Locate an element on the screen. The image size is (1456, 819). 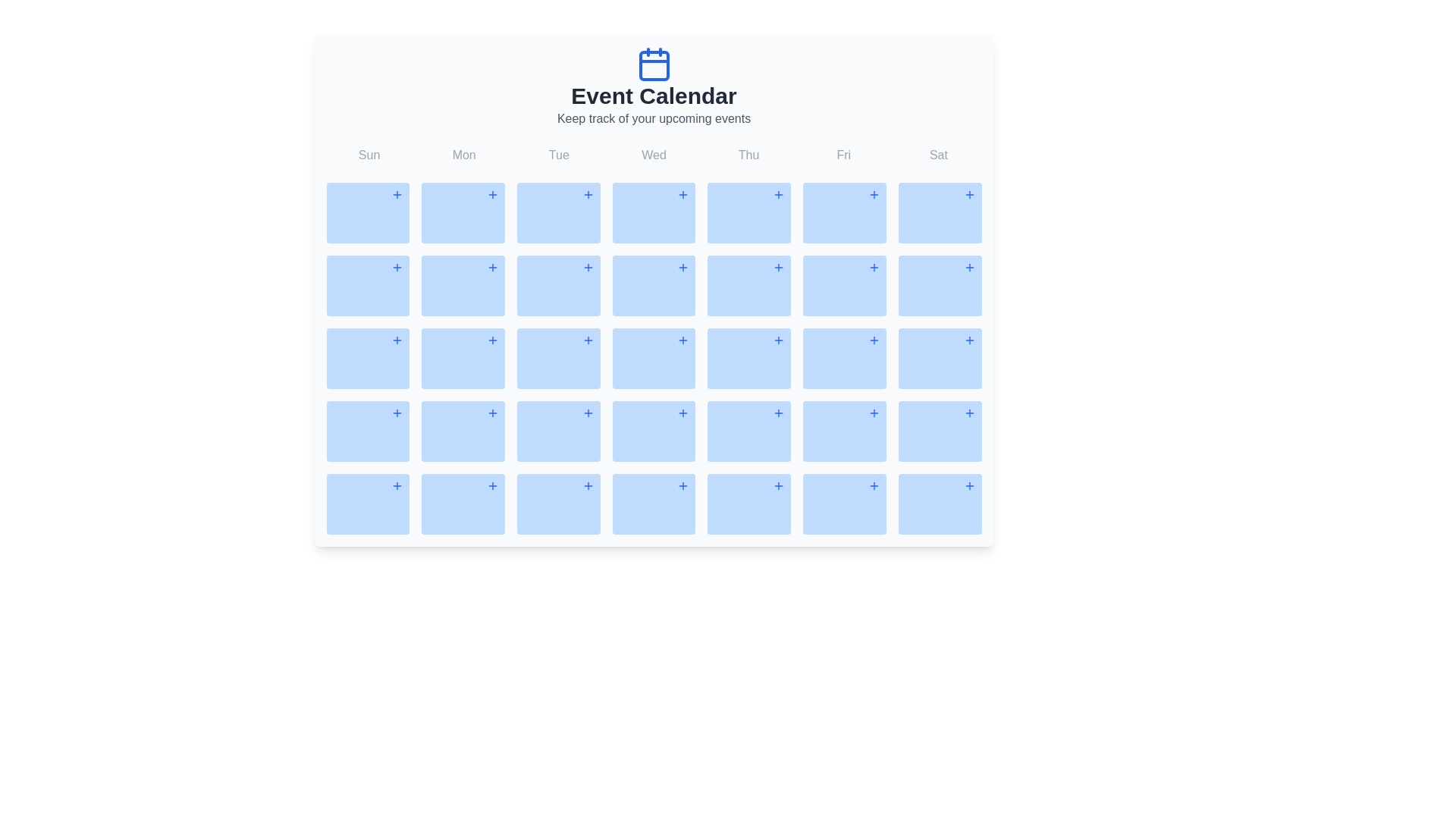
the interactive grid item with a light blue background and rounded corners located in the bottom row, second column of the grid by moving the cursor to its center is located at coordinates (463, 504).